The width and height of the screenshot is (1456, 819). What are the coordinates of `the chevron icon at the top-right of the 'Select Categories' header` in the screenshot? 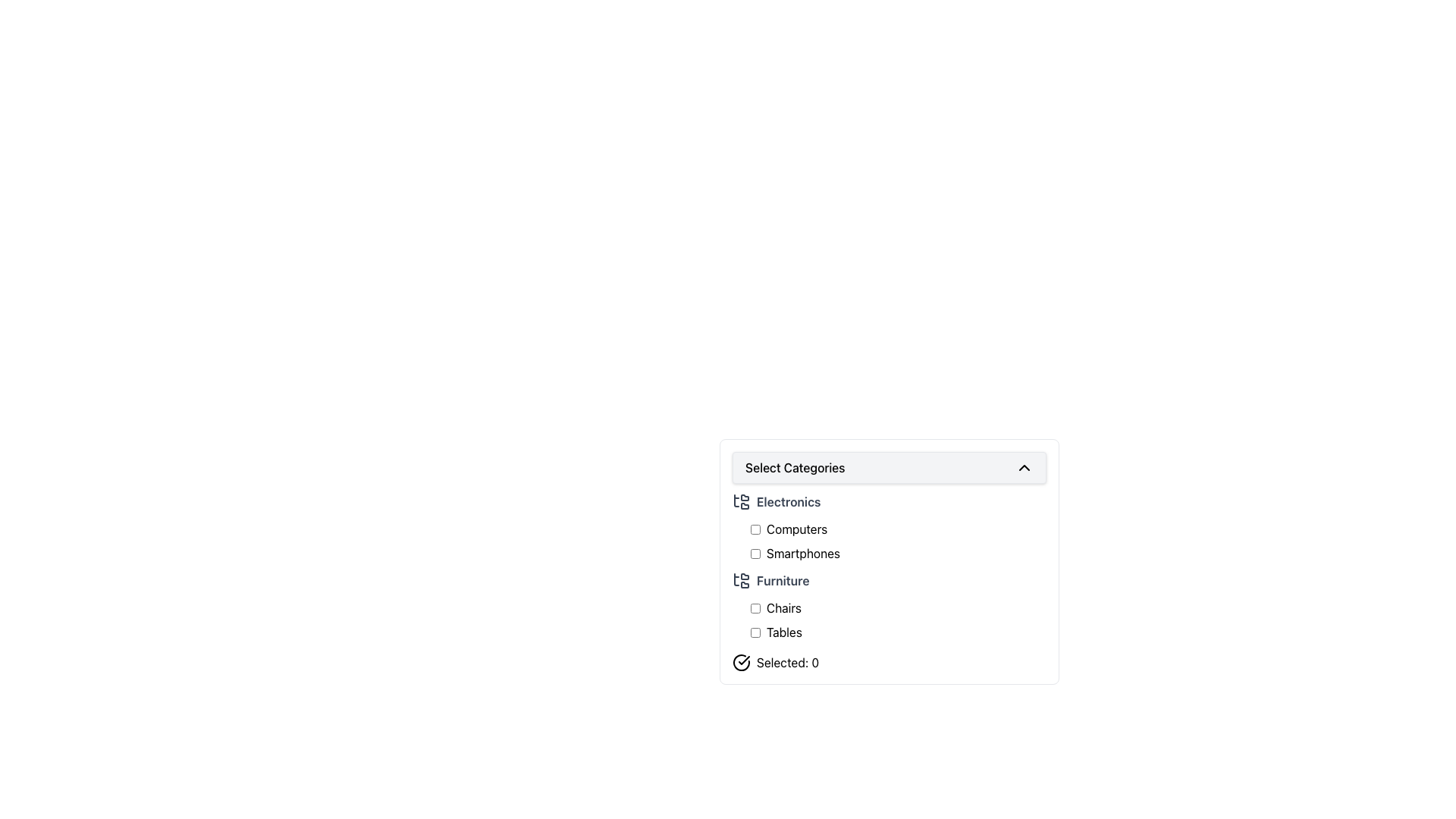 It's located at (1024, 467).